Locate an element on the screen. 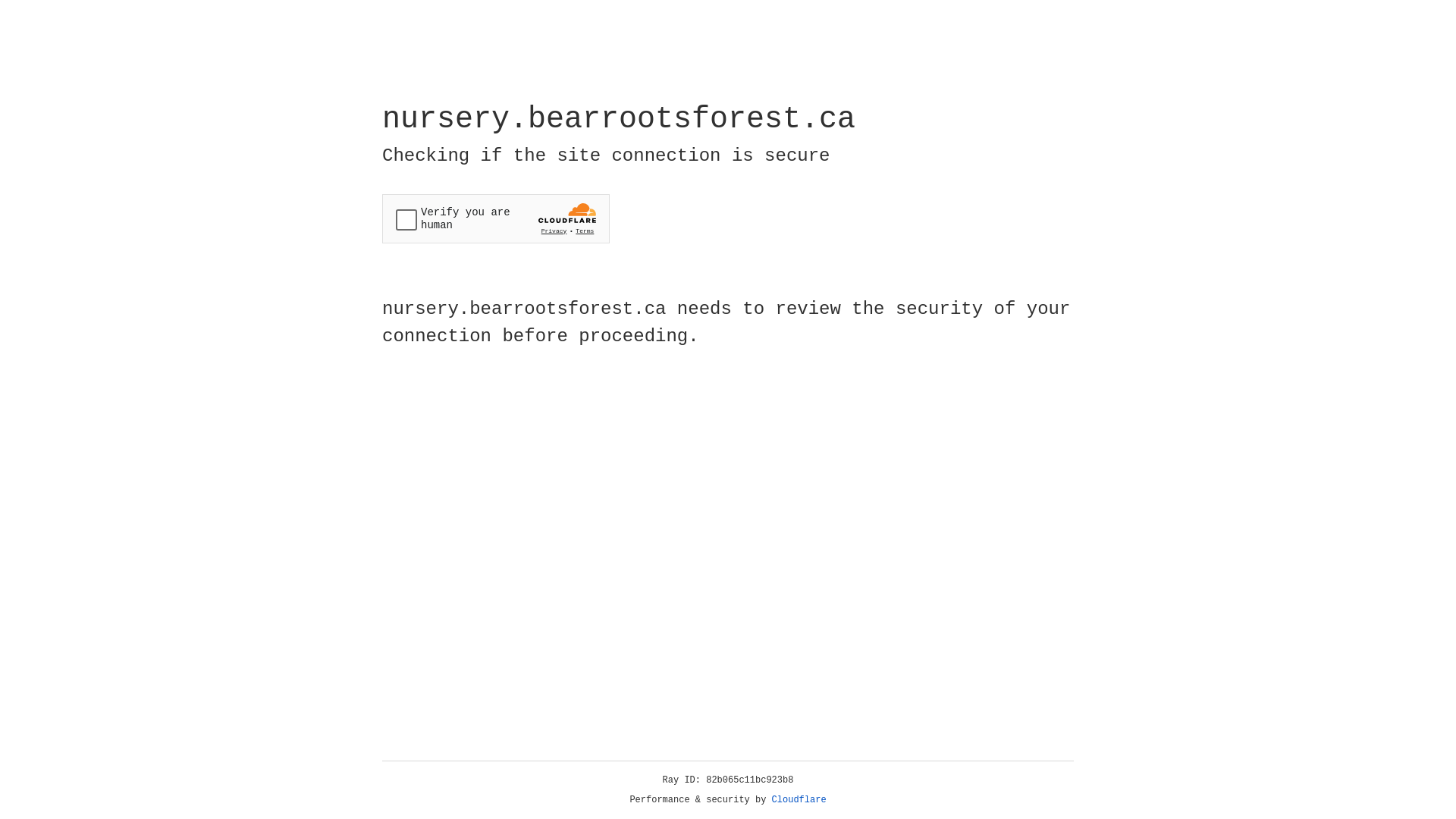 This screenshot has height=819, width=1456. 'Cloudflare' is located at coordinates (799, 799).